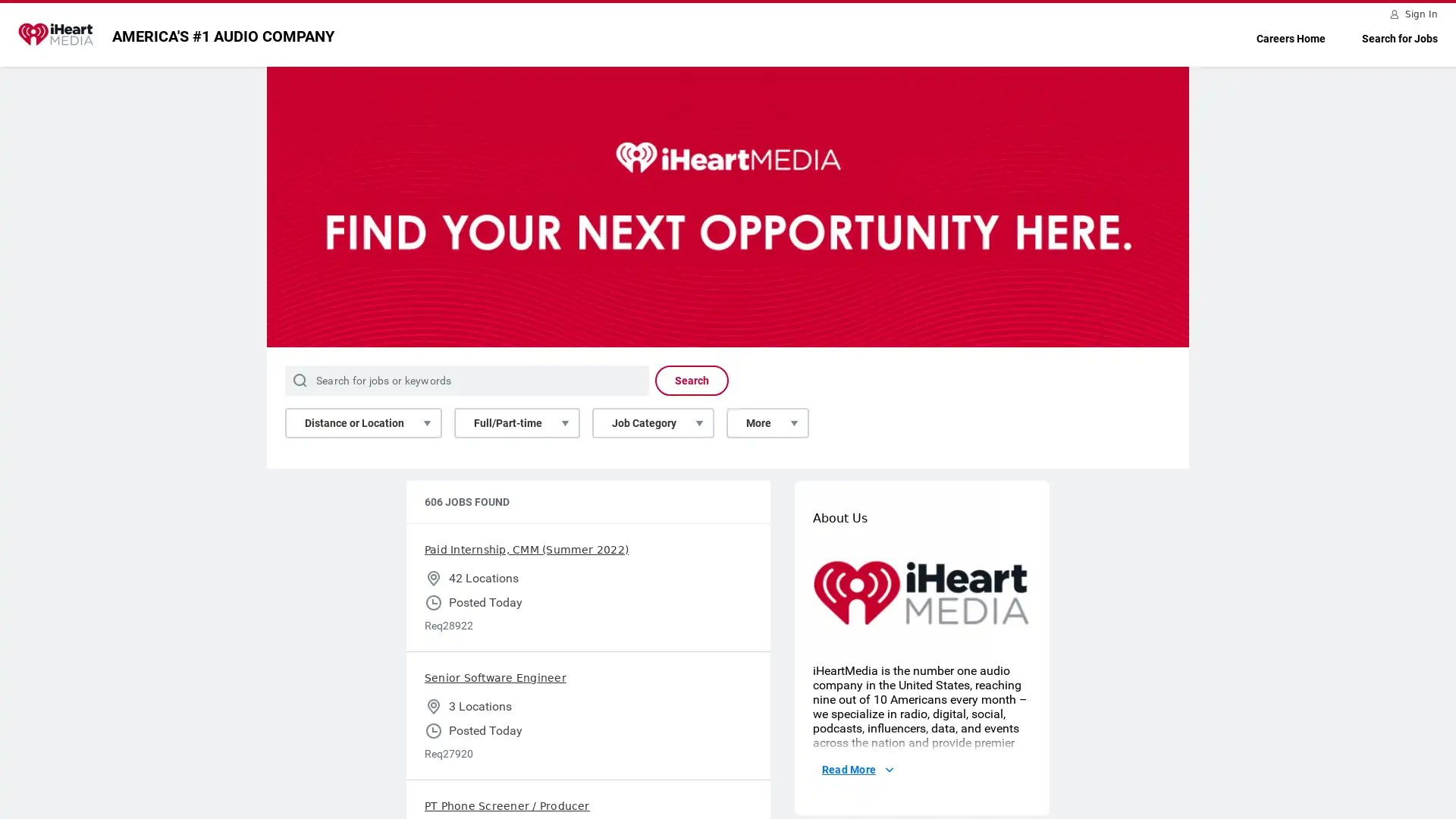 The image size is (1456, 819). Describe the element at coordinates (362, 423) in the screenshot. I see `Distance or Location` at that location.